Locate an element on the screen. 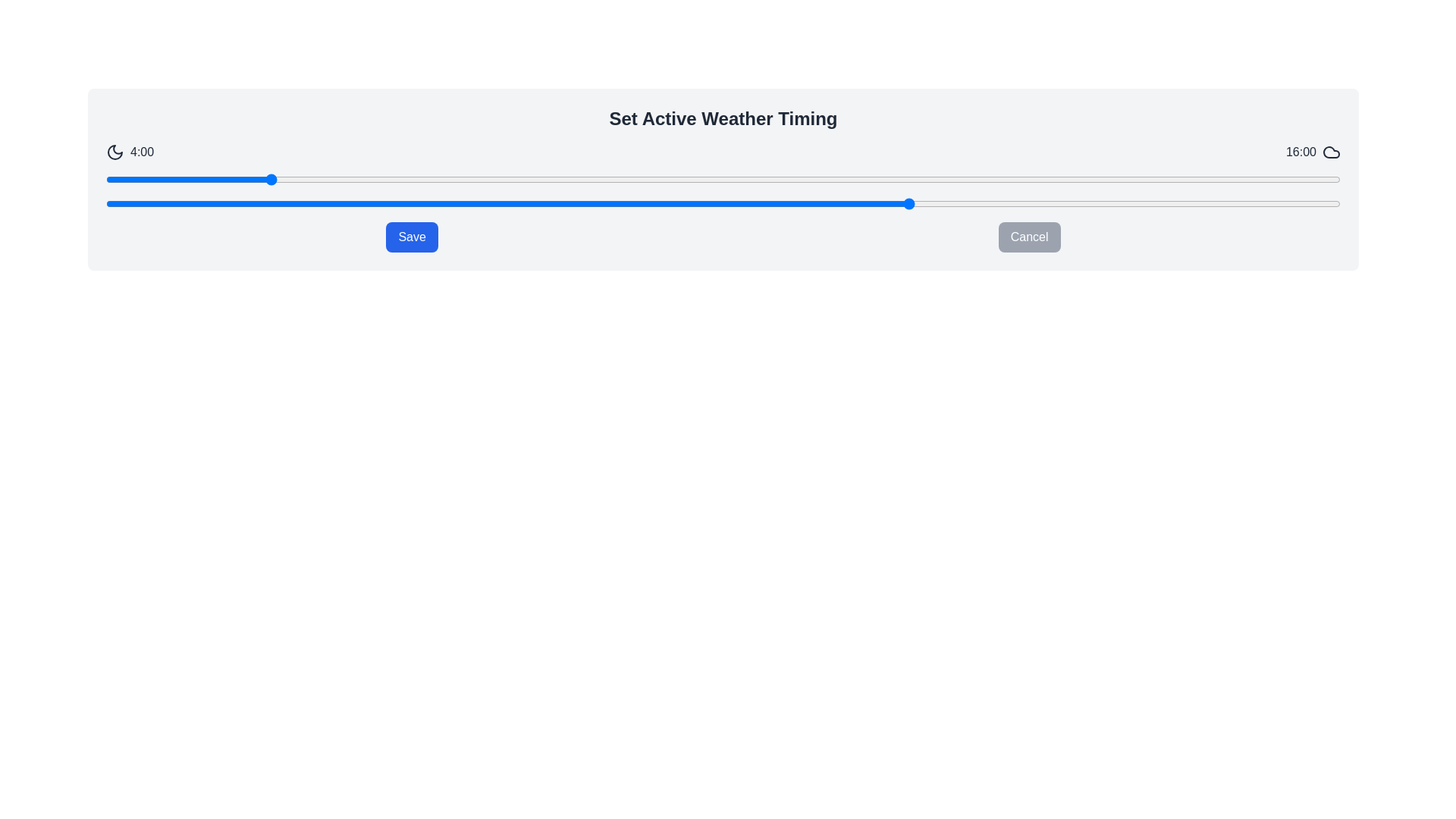  the SVG graphic icon representing cloudy weather status located in the upper-right section of the interface next to the time display '16:00' is located at coordinates (1331, 152).